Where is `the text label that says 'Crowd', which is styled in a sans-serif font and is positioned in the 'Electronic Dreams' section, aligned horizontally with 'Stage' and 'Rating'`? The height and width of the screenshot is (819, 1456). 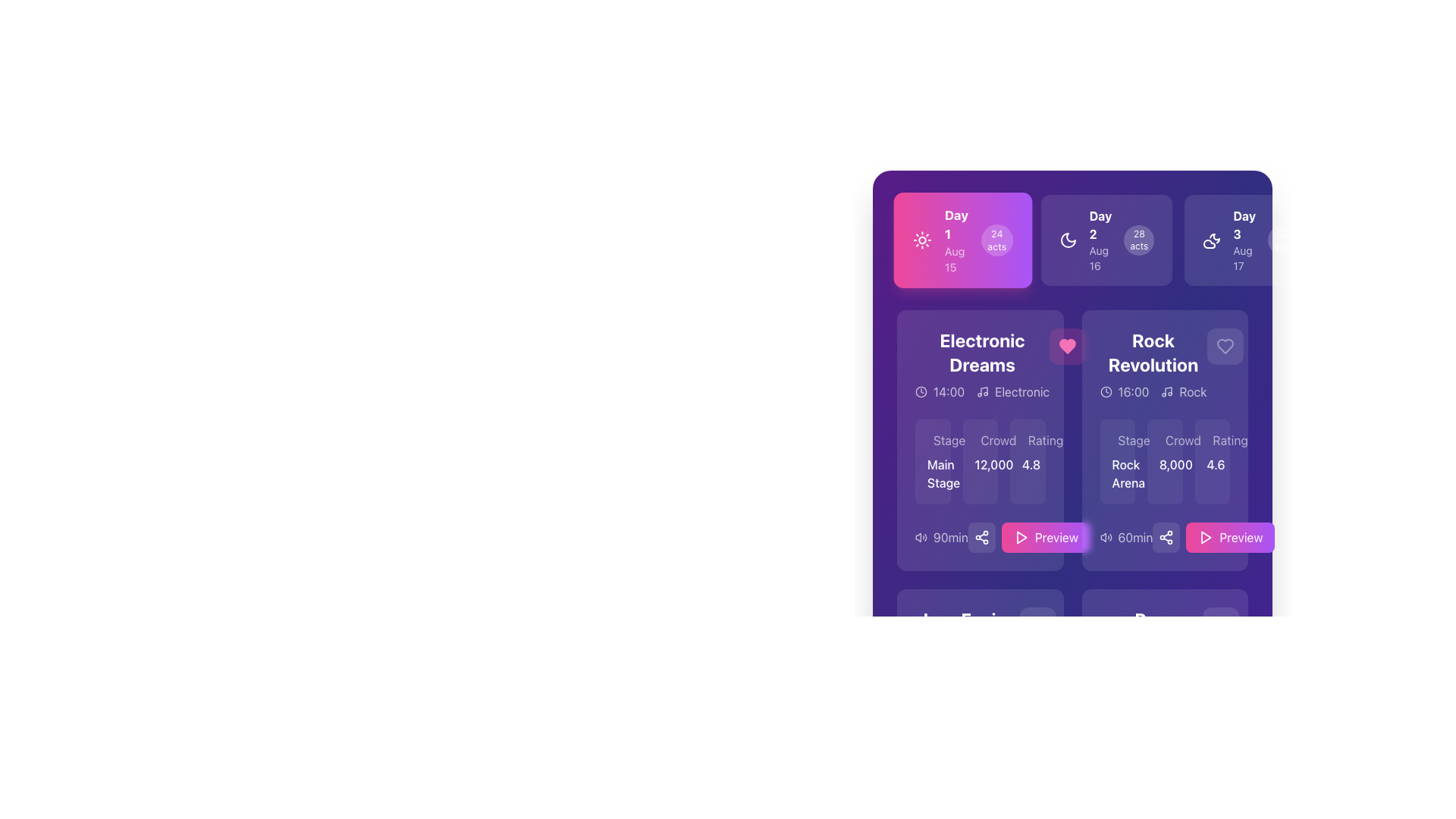
the text label that says 'Crowd', which is styled in a sans-serif font and is positioned in the 'Electronic Dreams' section, aligned horizontally with 'Stage' and 'Rating' is located at coordinates (998, 441).